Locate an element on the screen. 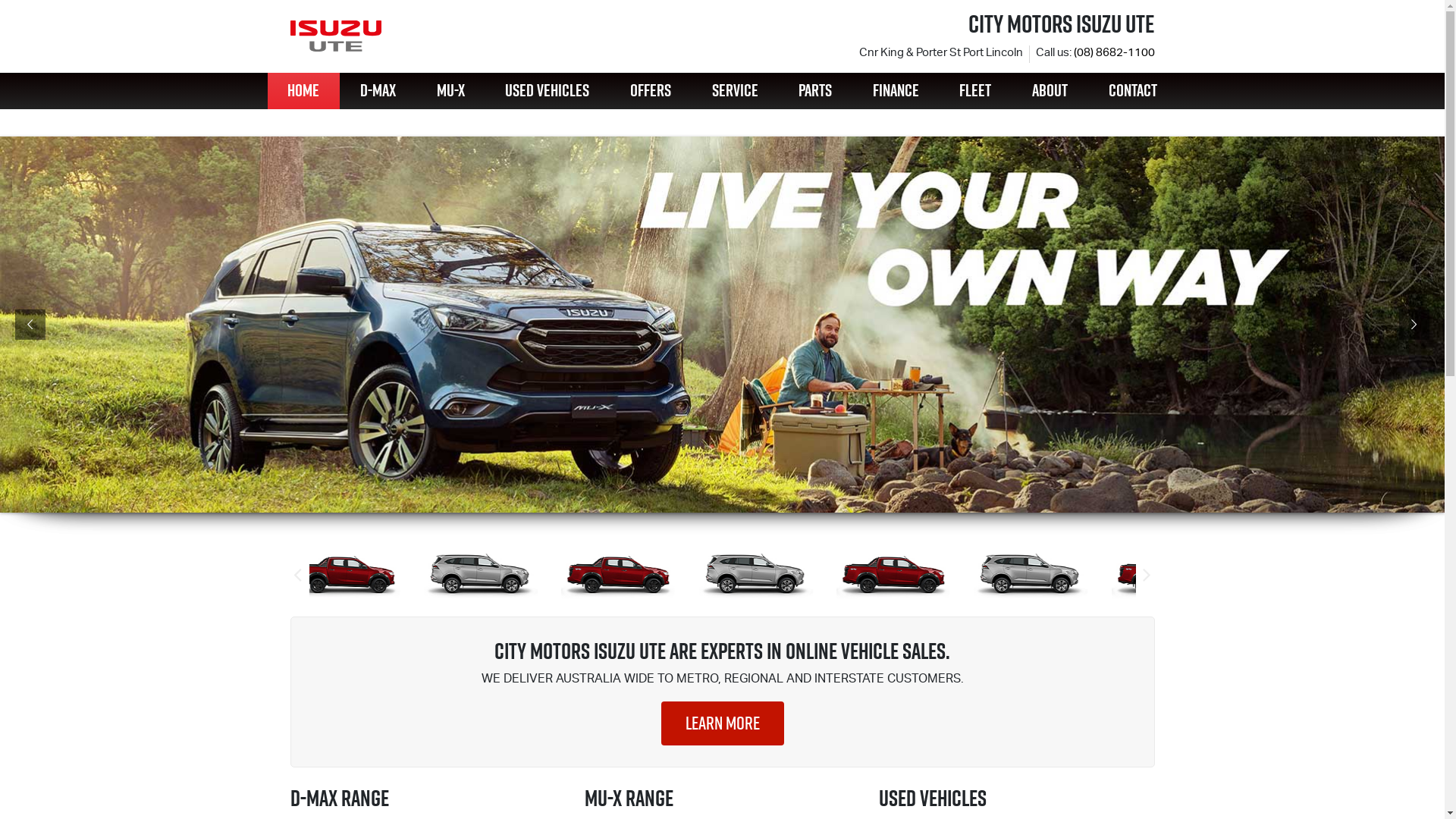  'PARTS' is located at coordinates (778, 90).